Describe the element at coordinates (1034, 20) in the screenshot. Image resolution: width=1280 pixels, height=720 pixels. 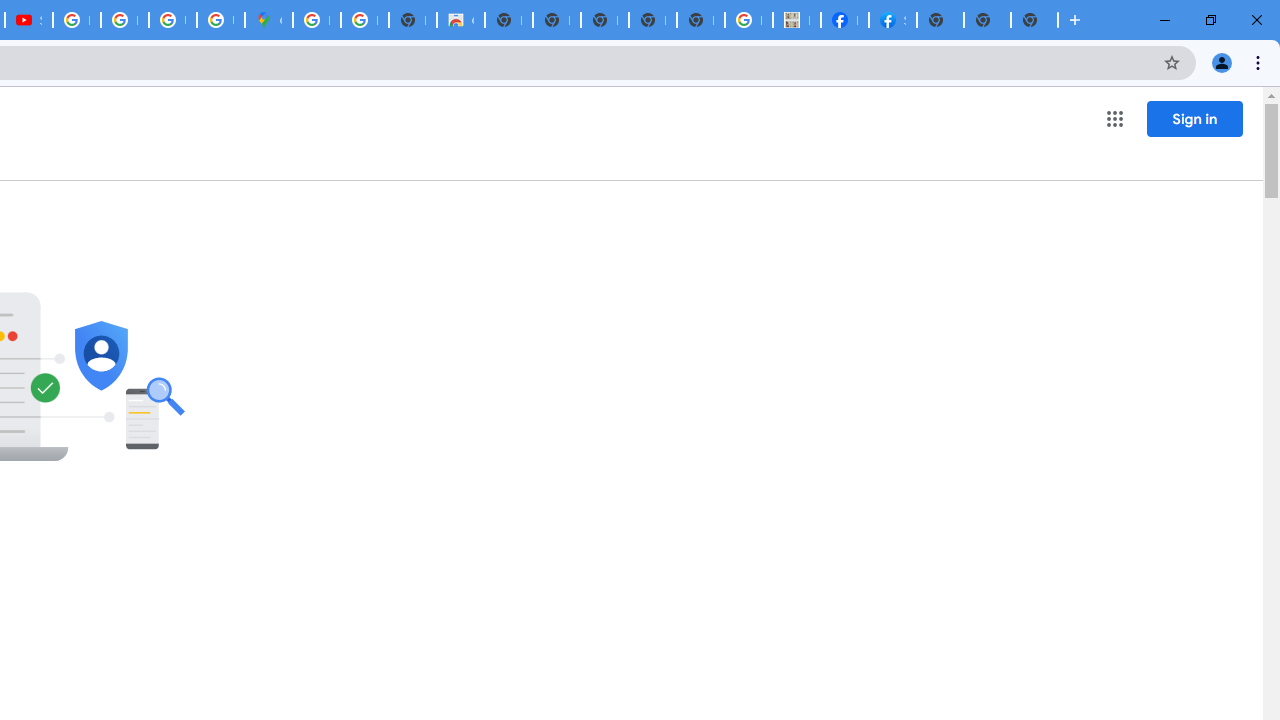
I see `'New Tab'` at that location.